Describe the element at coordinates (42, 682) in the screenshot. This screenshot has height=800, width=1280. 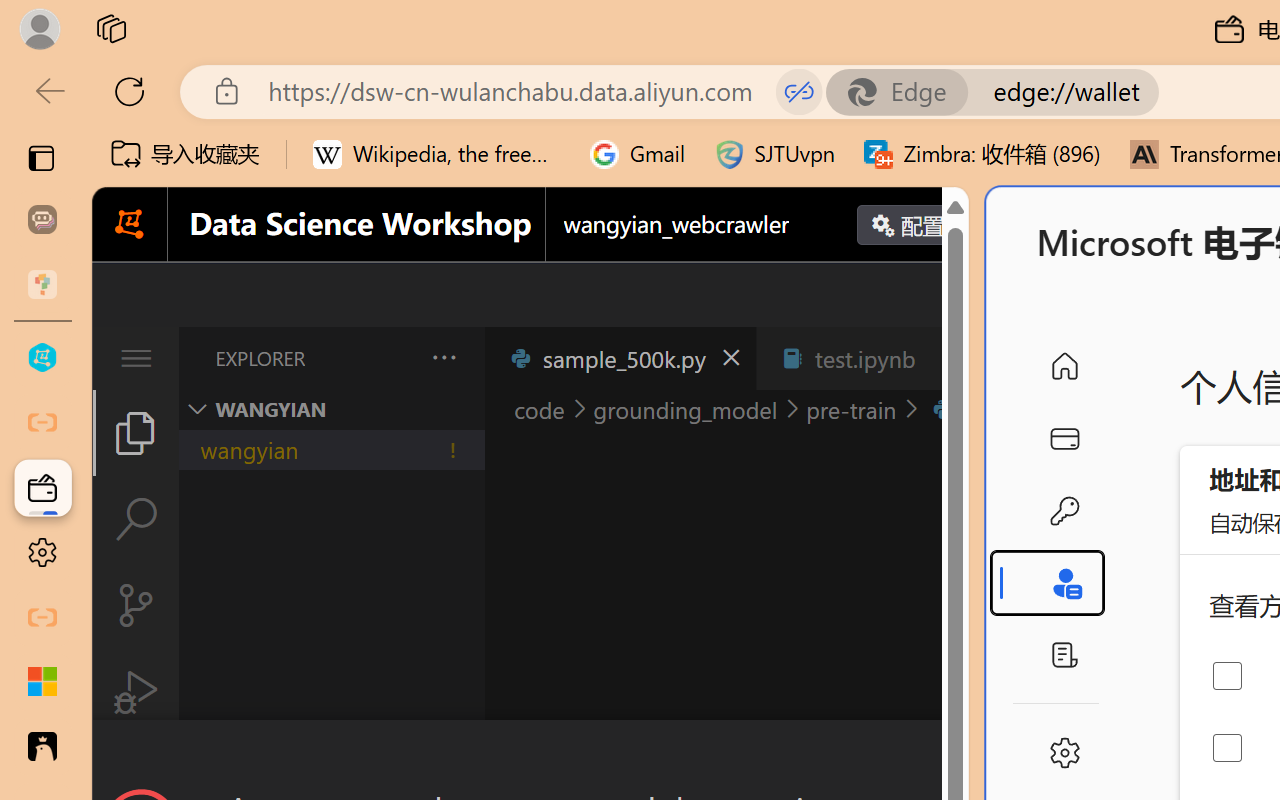
I see `'Microsoft security help and learning'` at that location.